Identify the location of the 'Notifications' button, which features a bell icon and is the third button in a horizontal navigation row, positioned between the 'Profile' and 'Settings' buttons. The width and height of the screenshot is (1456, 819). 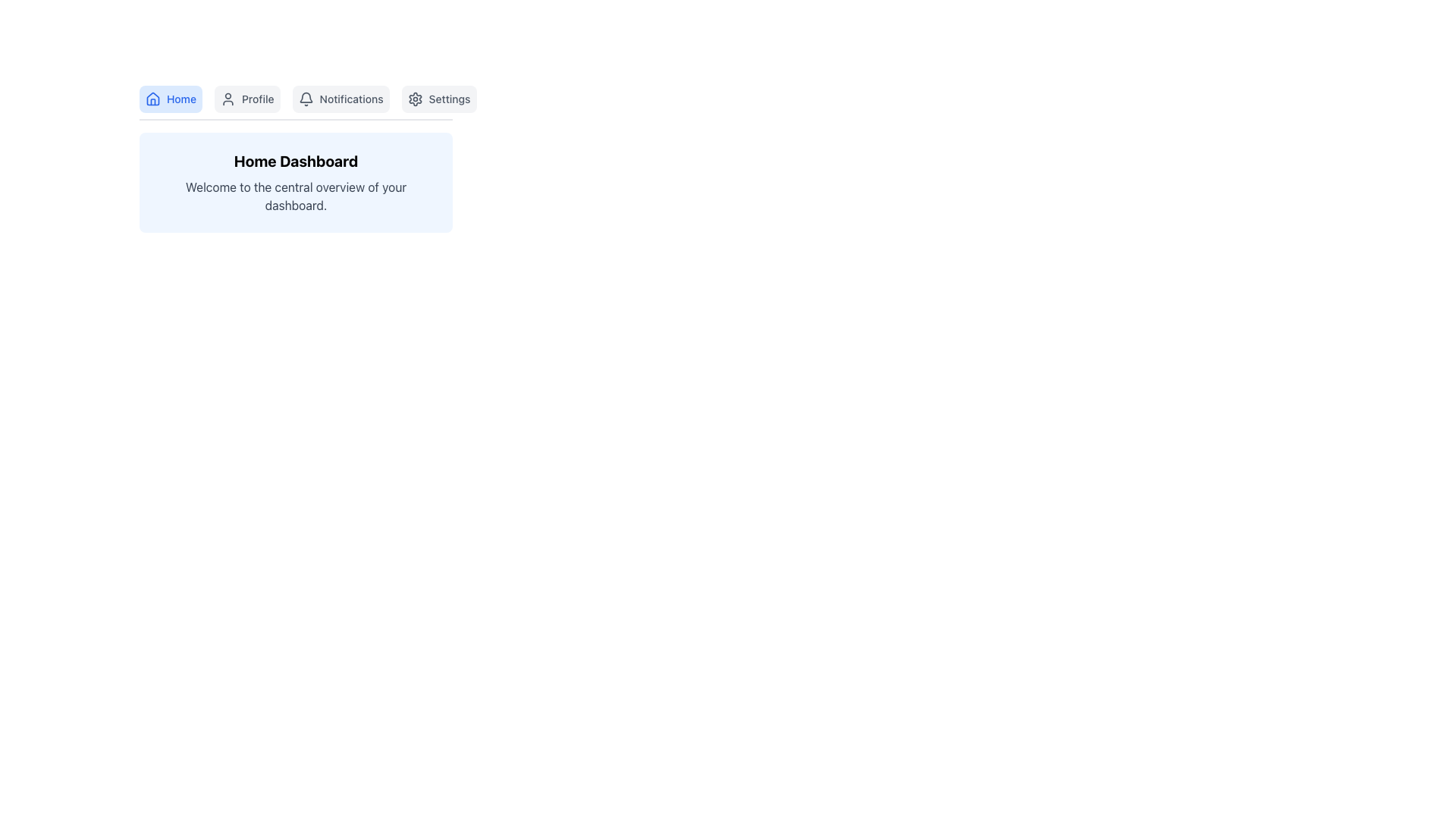
(340, 99).